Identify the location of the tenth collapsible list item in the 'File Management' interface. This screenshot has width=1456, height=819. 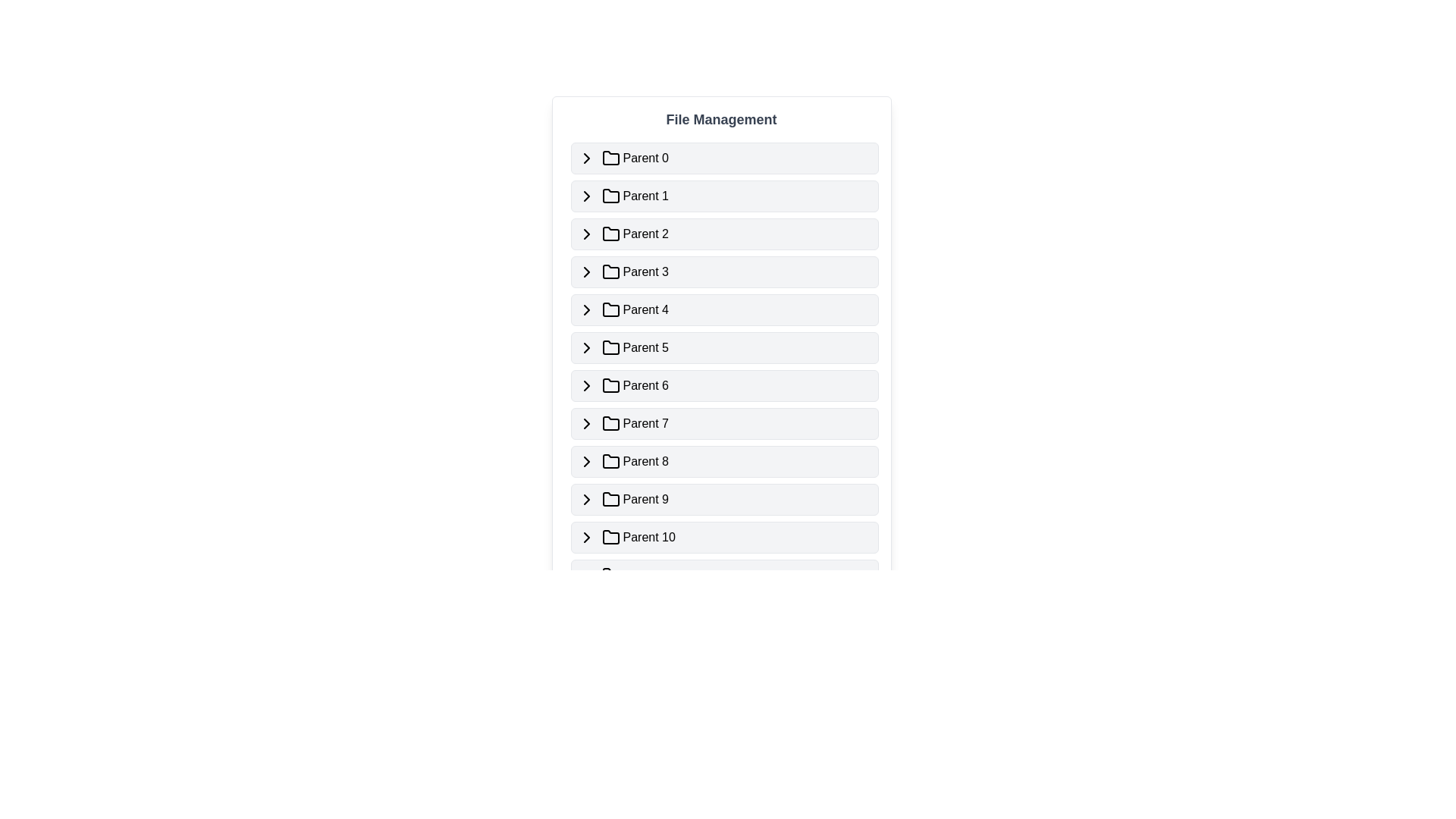
(723, 500).